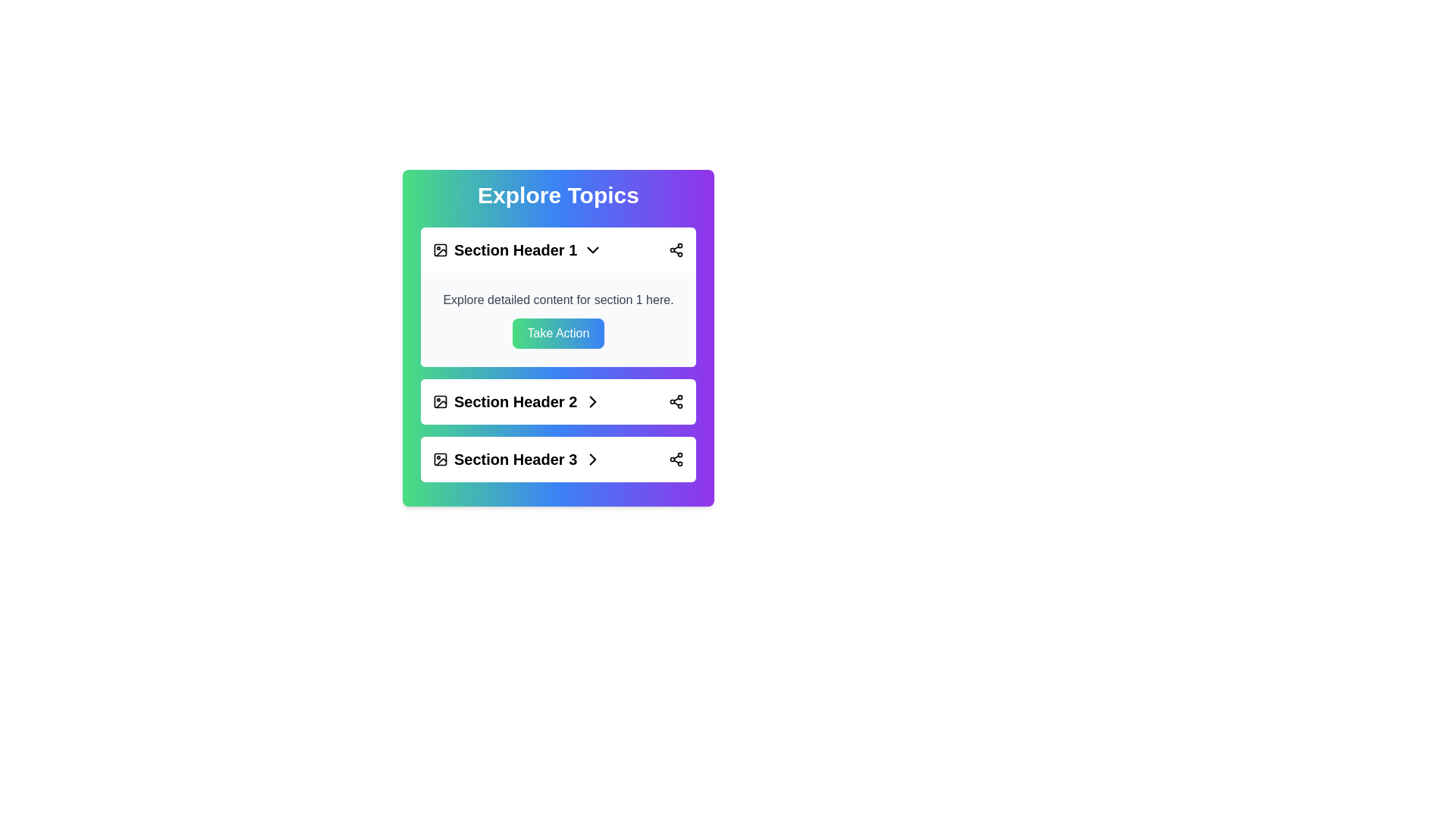 Image resolution: width=1456 pixels, height=819 pixels. What do you see at coordinates (557, 300) in the screenshot?
I see `text block displaying 'Explore detailed content for section 1 here.' which is styled in gray and positioned above the 'Take Action' button and below 'Section Header 1'` at bounding box center [557, 300].